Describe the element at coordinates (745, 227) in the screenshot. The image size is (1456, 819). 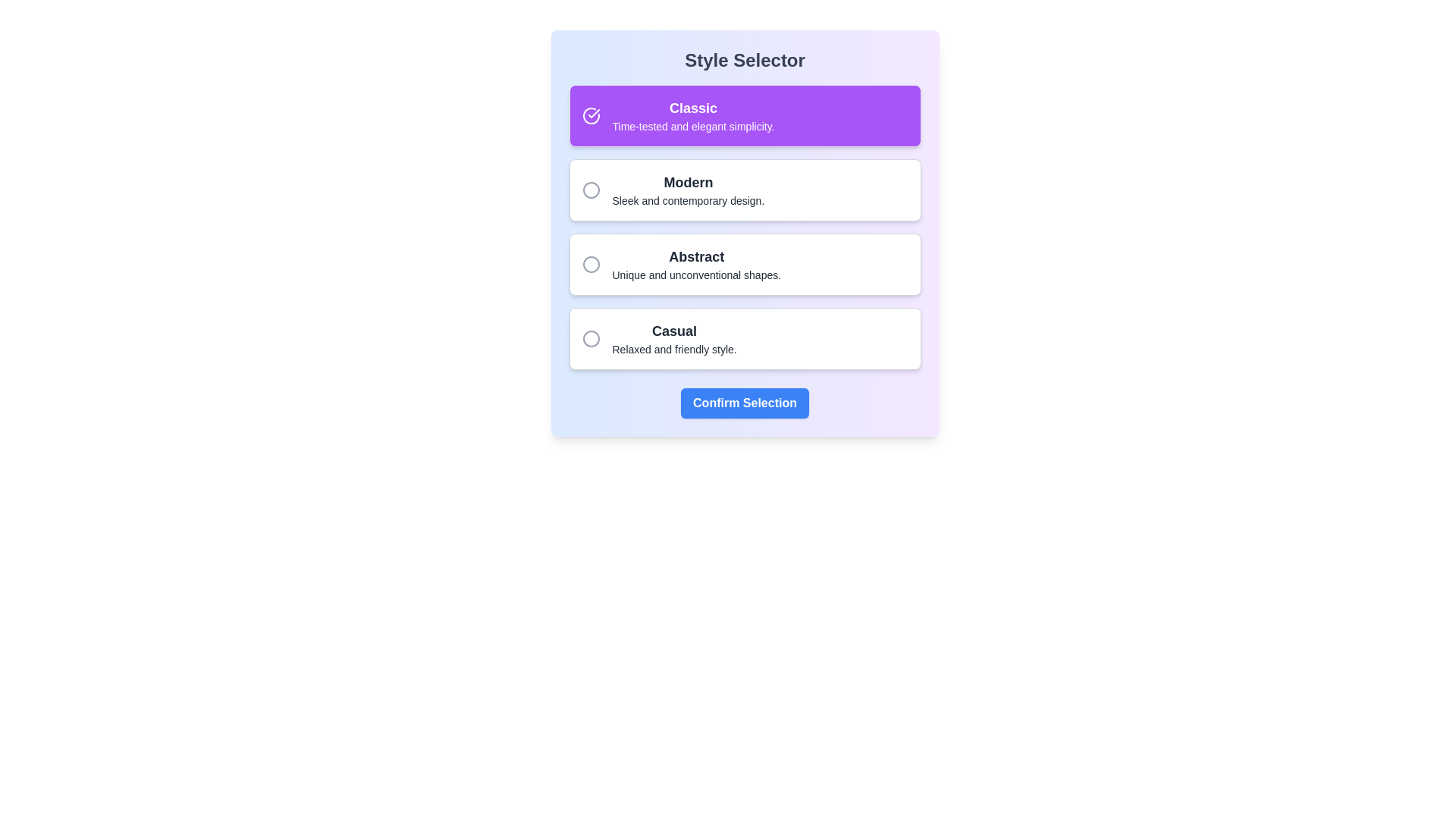
I see `an individual visual style option from the style selection module located at the center of the interface` at that location.